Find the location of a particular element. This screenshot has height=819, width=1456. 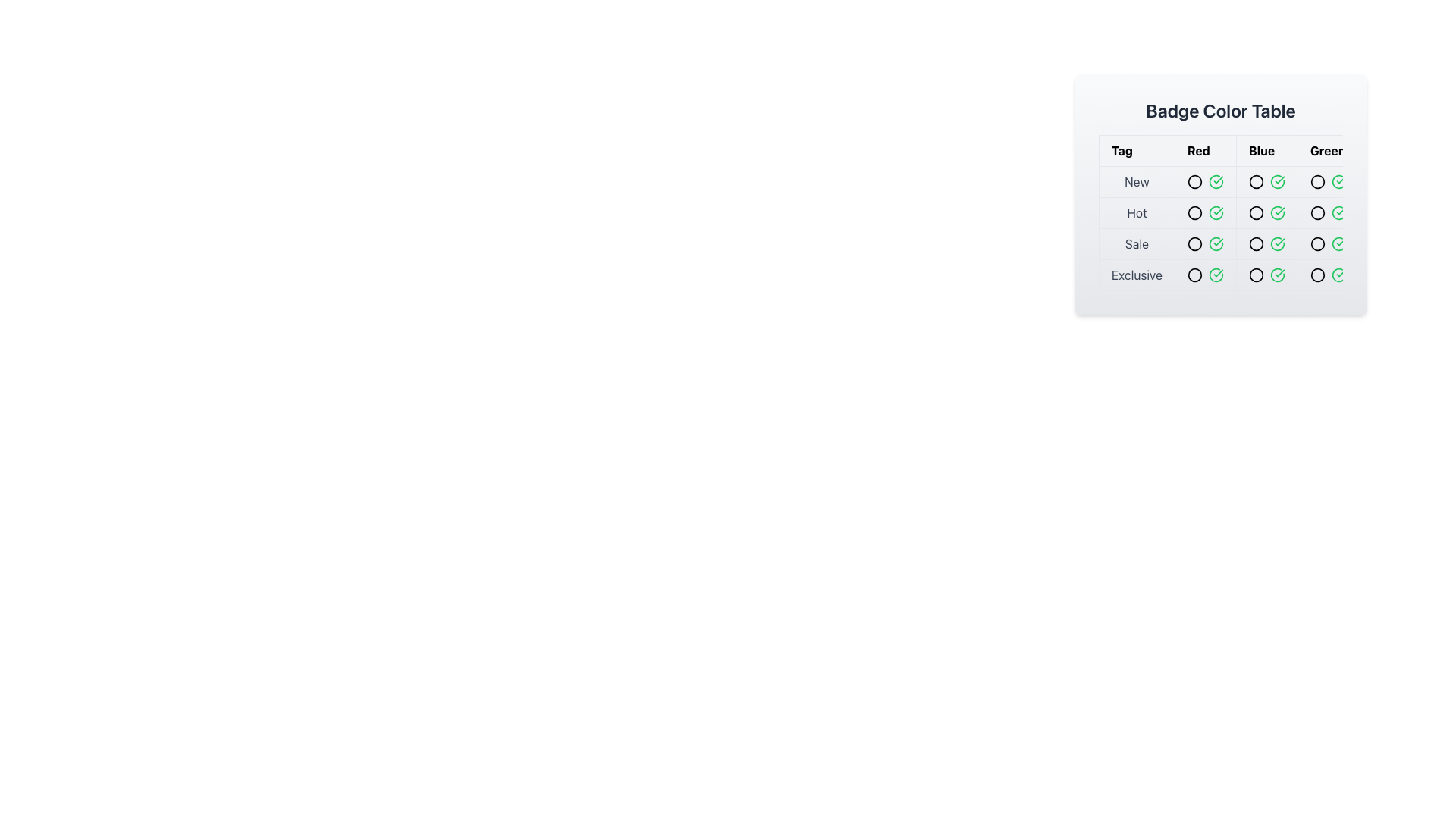

the Decorative icon with a green border located in the last column of the second row in the 'Badge Color Table' is located at coordinates (1316, 213).